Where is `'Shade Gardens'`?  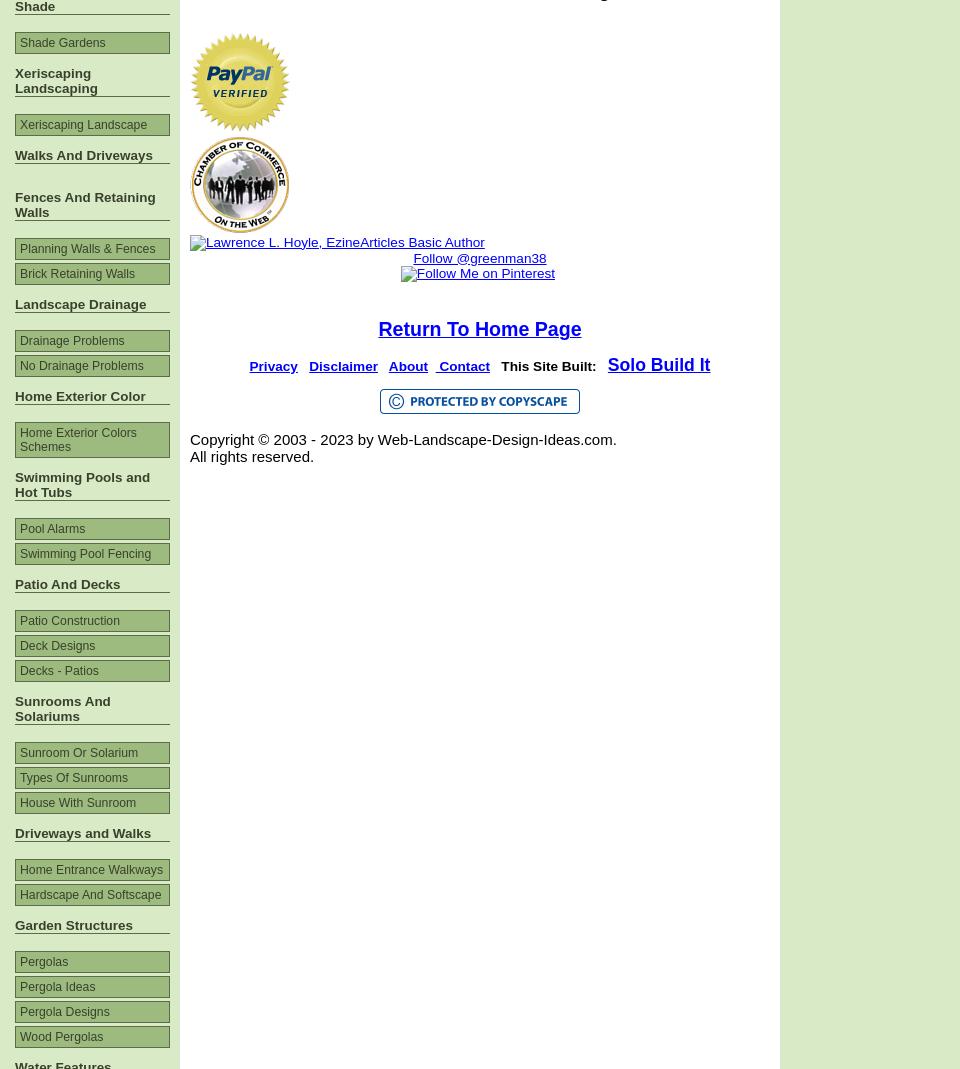 'Shade Gardens' is located at coordinates (62, 41).